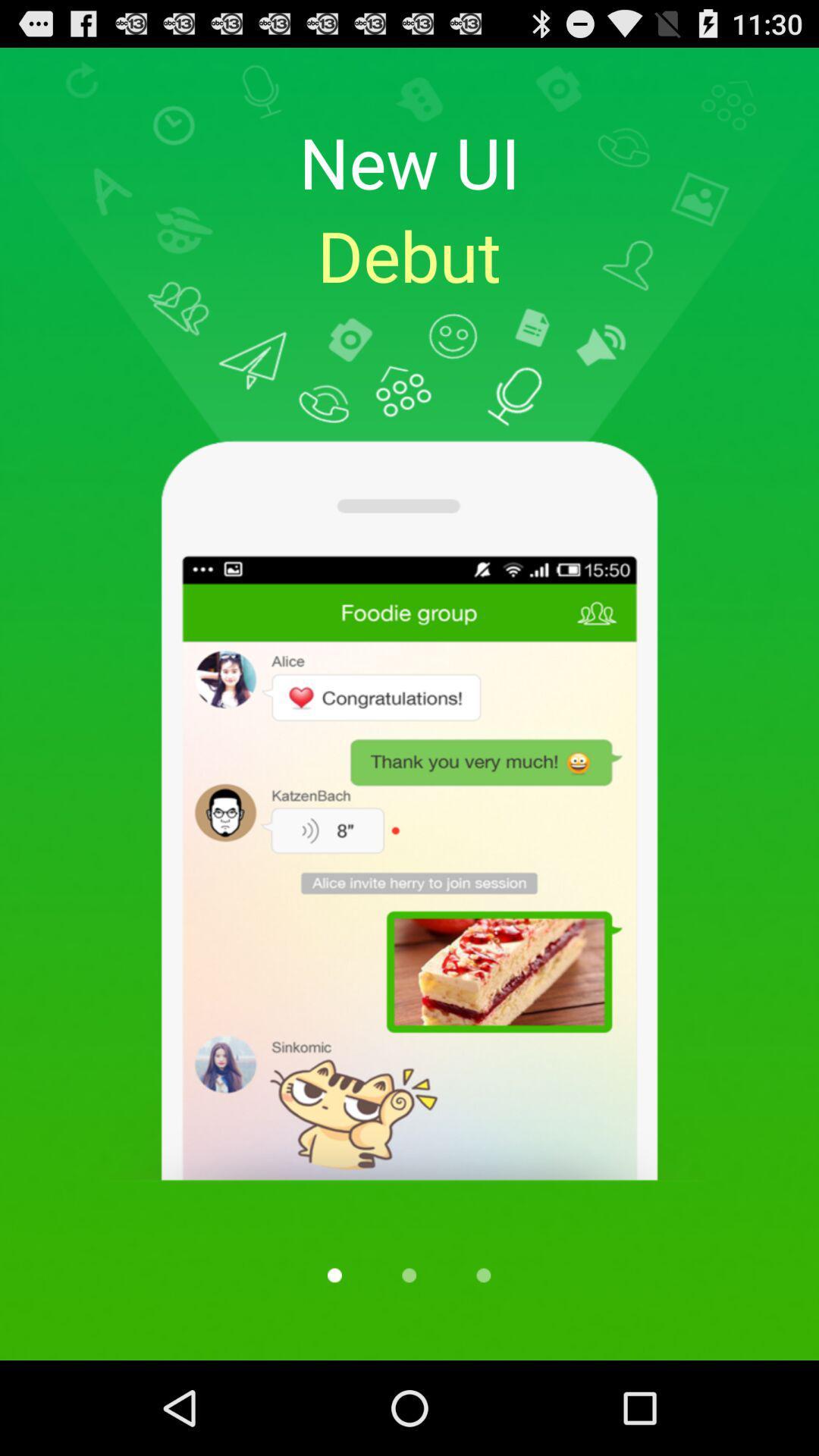 The width and height of the screenshot is (819, 1456). I want to click on next tab, so click(483, 1274).